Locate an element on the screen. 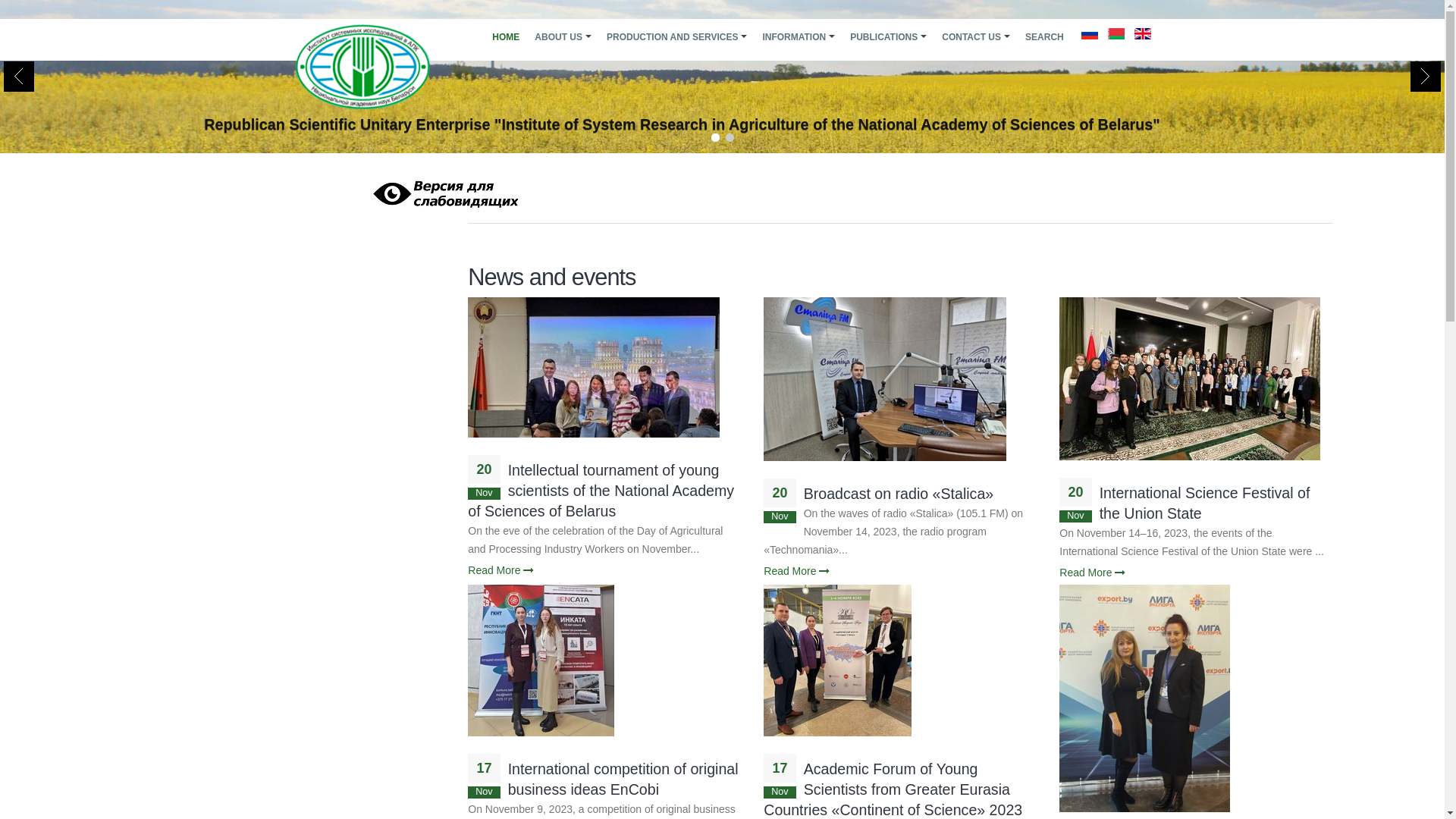 Image resolution: width=1456 pixels, height=819 pixels. 'ABOUT US' is located at coordinates (562, 36).